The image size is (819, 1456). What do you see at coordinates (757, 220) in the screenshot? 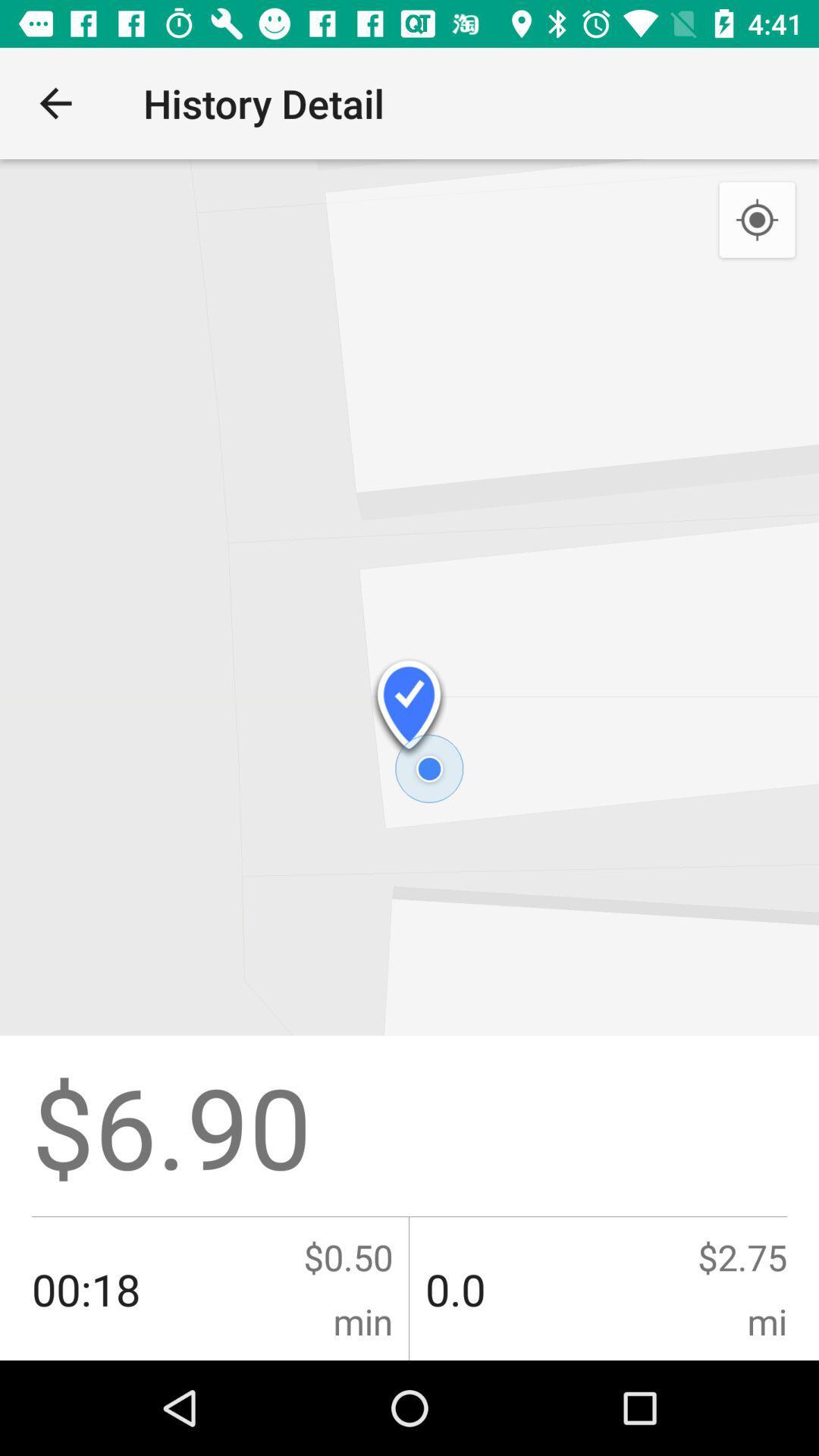
I see `the location_crosshair icon` at bounding box center [757, 220].